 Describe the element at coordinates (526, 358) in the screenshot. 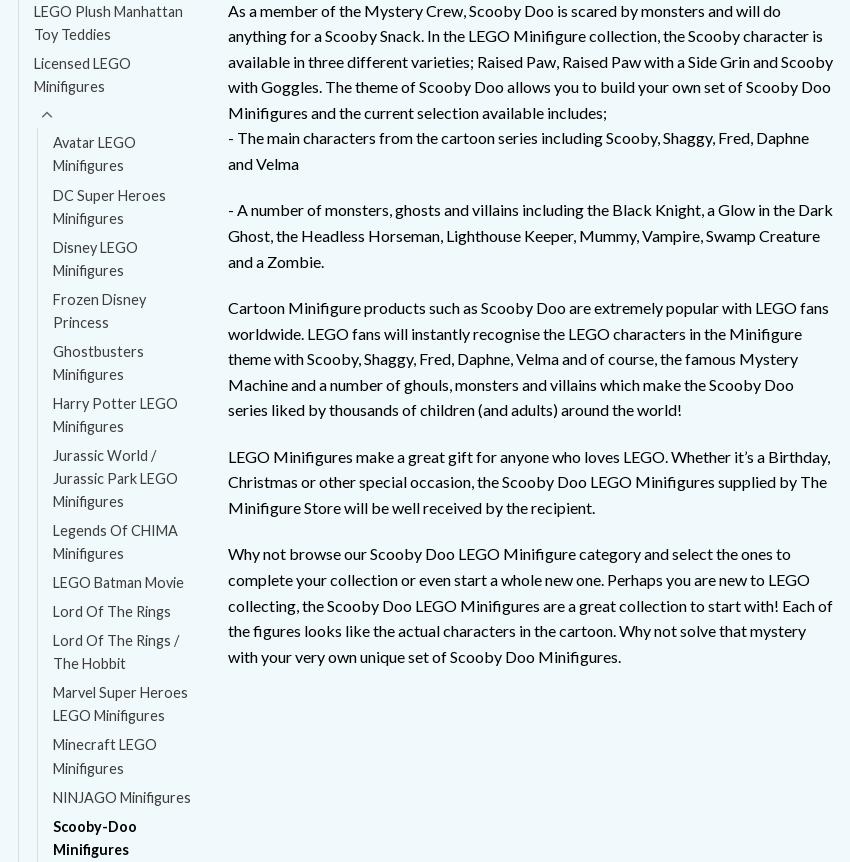

I see `'Cartoon Minifigure products such as Scooby Doo are extremely popular with LEGO fans worldwide. LEGO fans will instantly recognise the LEGO characters in the Minifigure theme with Scooby, Shaggy, Fred, Daphne, Velma and of course, the famous Mystery Machine and a number of ghouls, monsters and villains which make the Scooby Doo series liked by thousands of children (and adults) around the world!'` at that location.